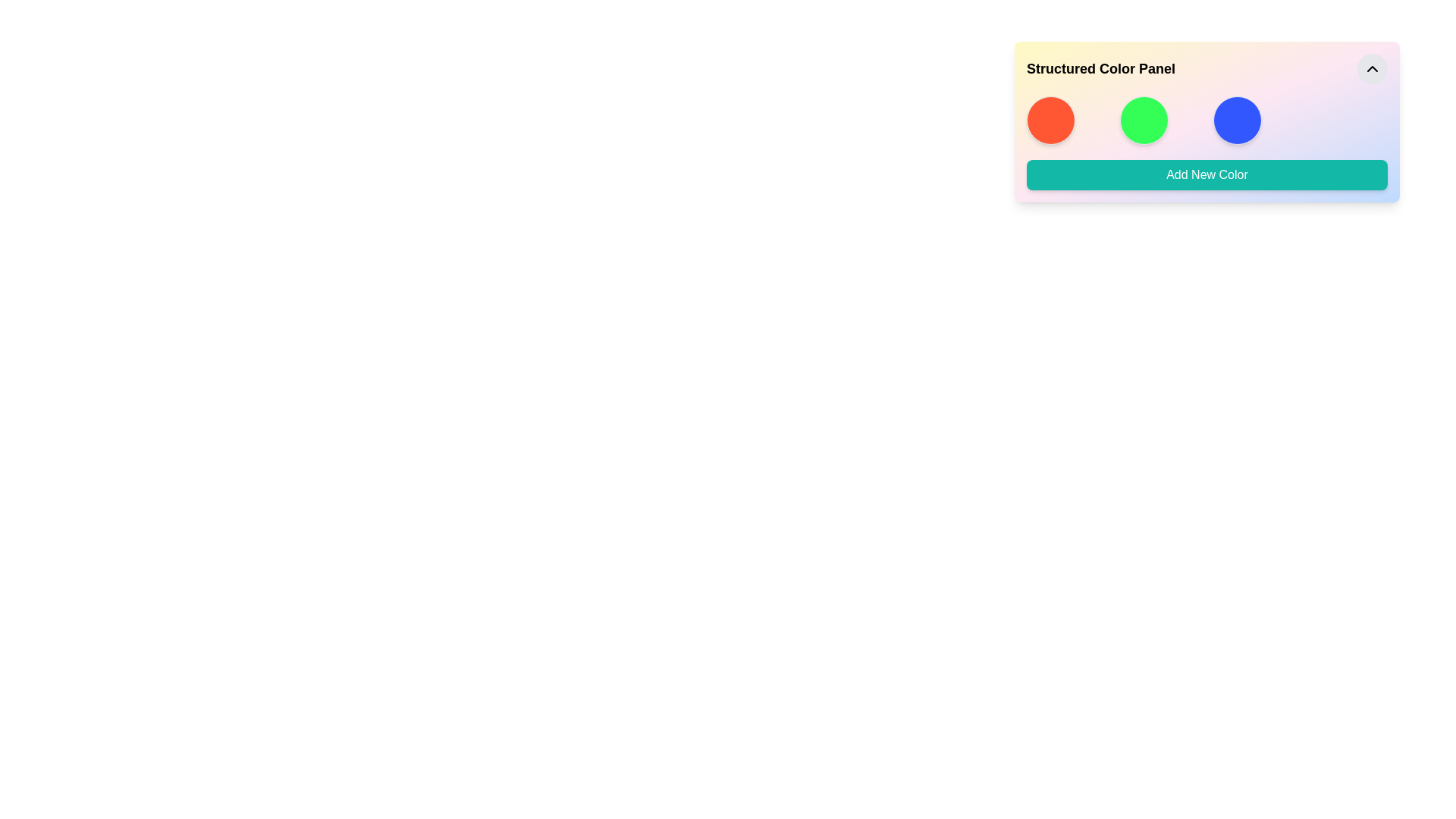 This screenshot has height=819, width=1456. I want to click on the button located in the top-right corner of the 'Structured Color Panel', so click(1372, 69).